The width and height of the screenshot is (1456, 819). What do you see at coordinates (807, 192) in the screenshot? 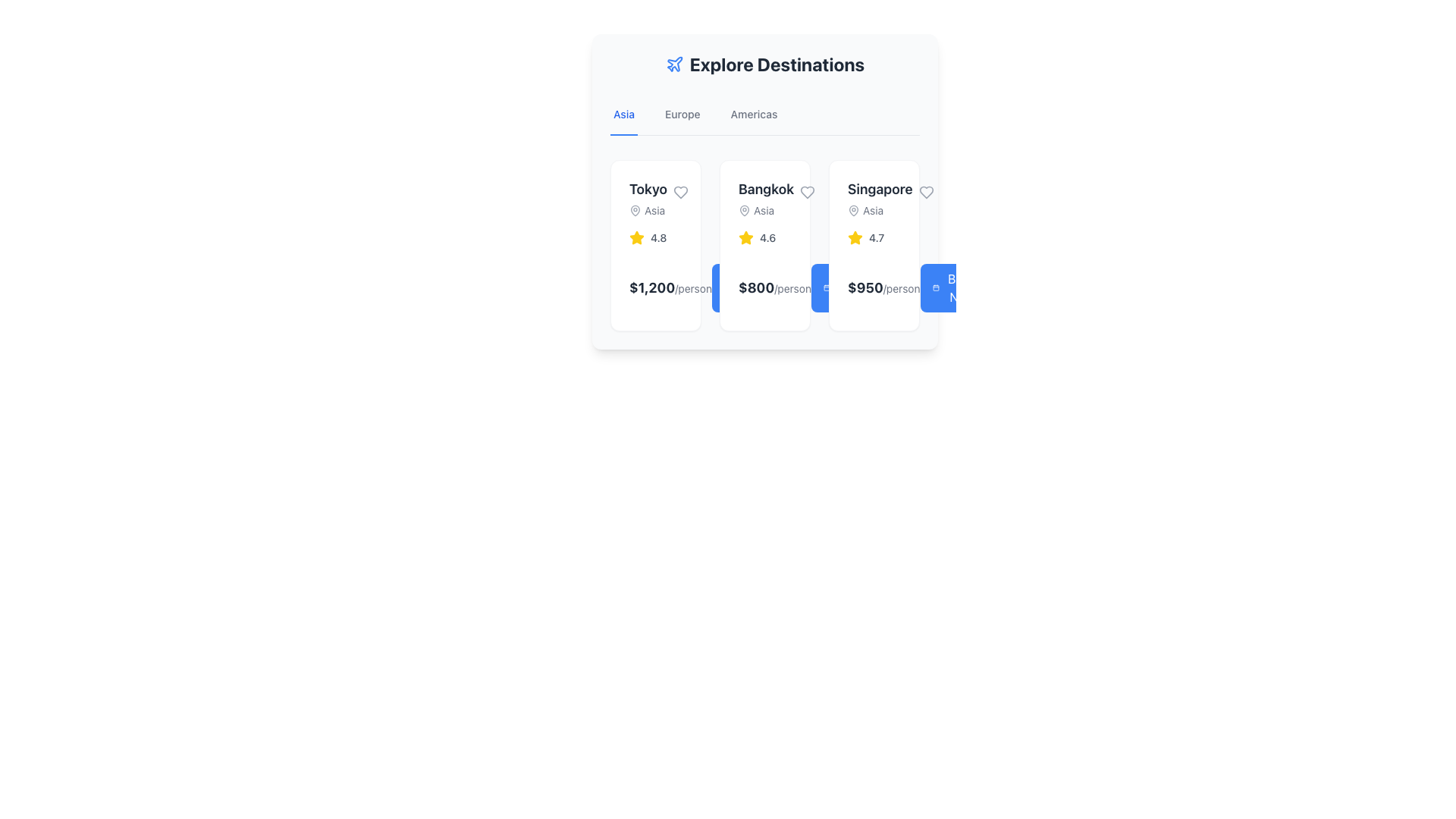
I see `the heart icon button located at the top-right corner of the 'Bangkok' card on the 'Explore Destinations' page to mark it as a favorite` at bounding box center [807, 192].